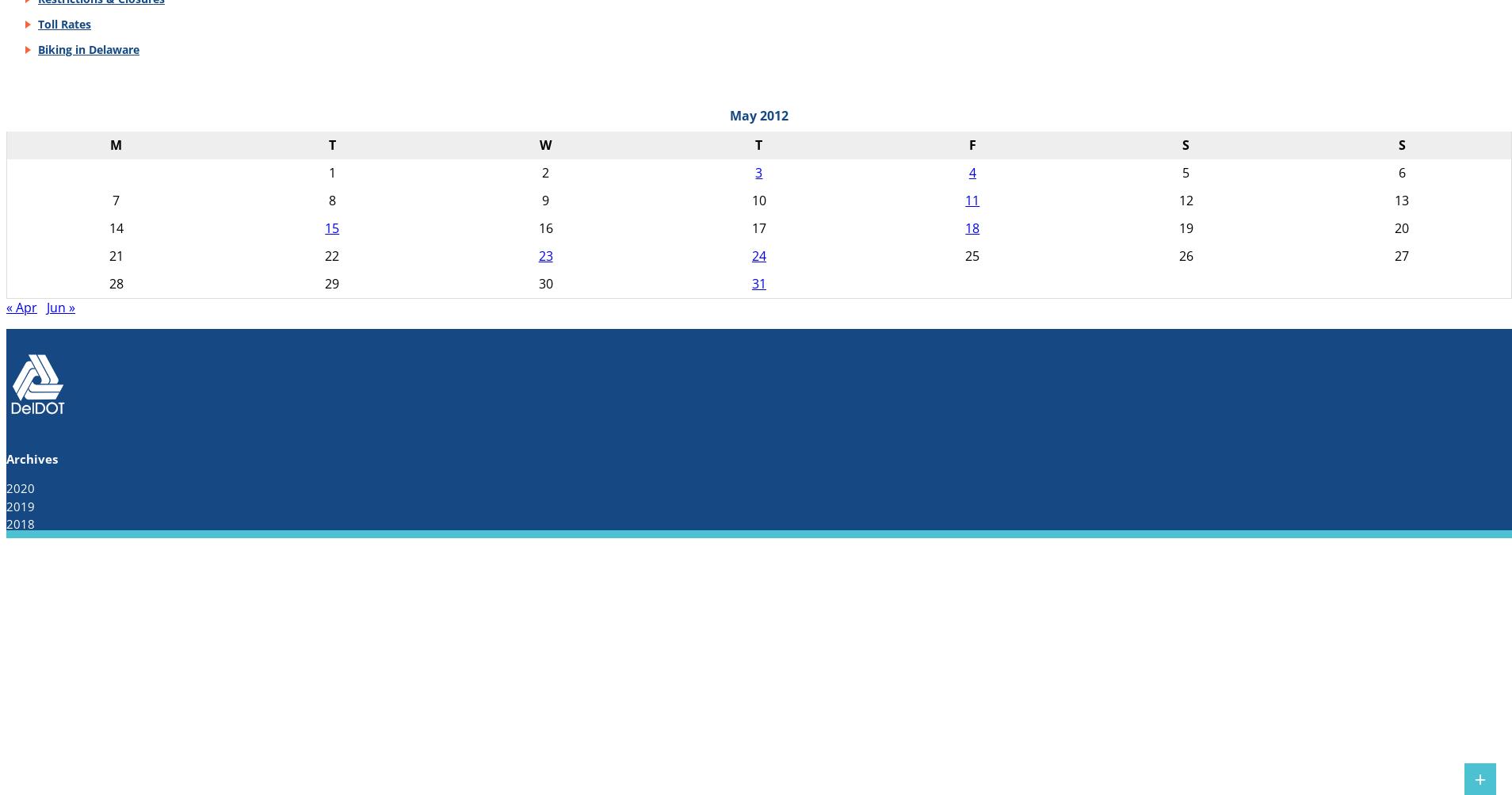 This screenshot has width=1512, height=795. Describe the element at coordinates (87, 48) in the screenshot. I see `'Biking in Delaware'` at that location.